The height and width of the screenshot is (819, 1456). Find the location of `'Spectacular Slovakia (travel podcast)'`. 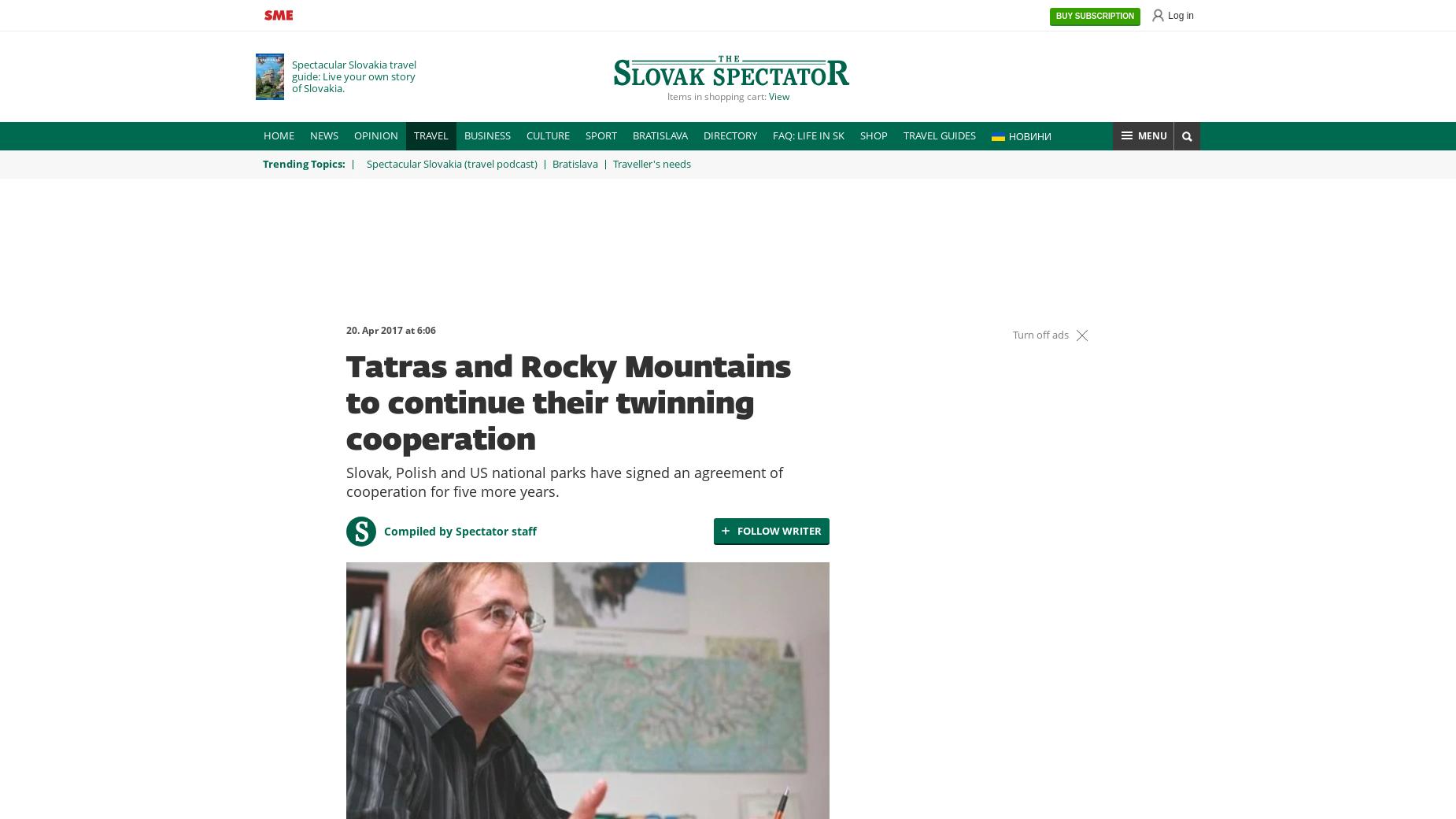

'Spectacular Slovakia (travel podcast)' is located at coordinates (367, 164).